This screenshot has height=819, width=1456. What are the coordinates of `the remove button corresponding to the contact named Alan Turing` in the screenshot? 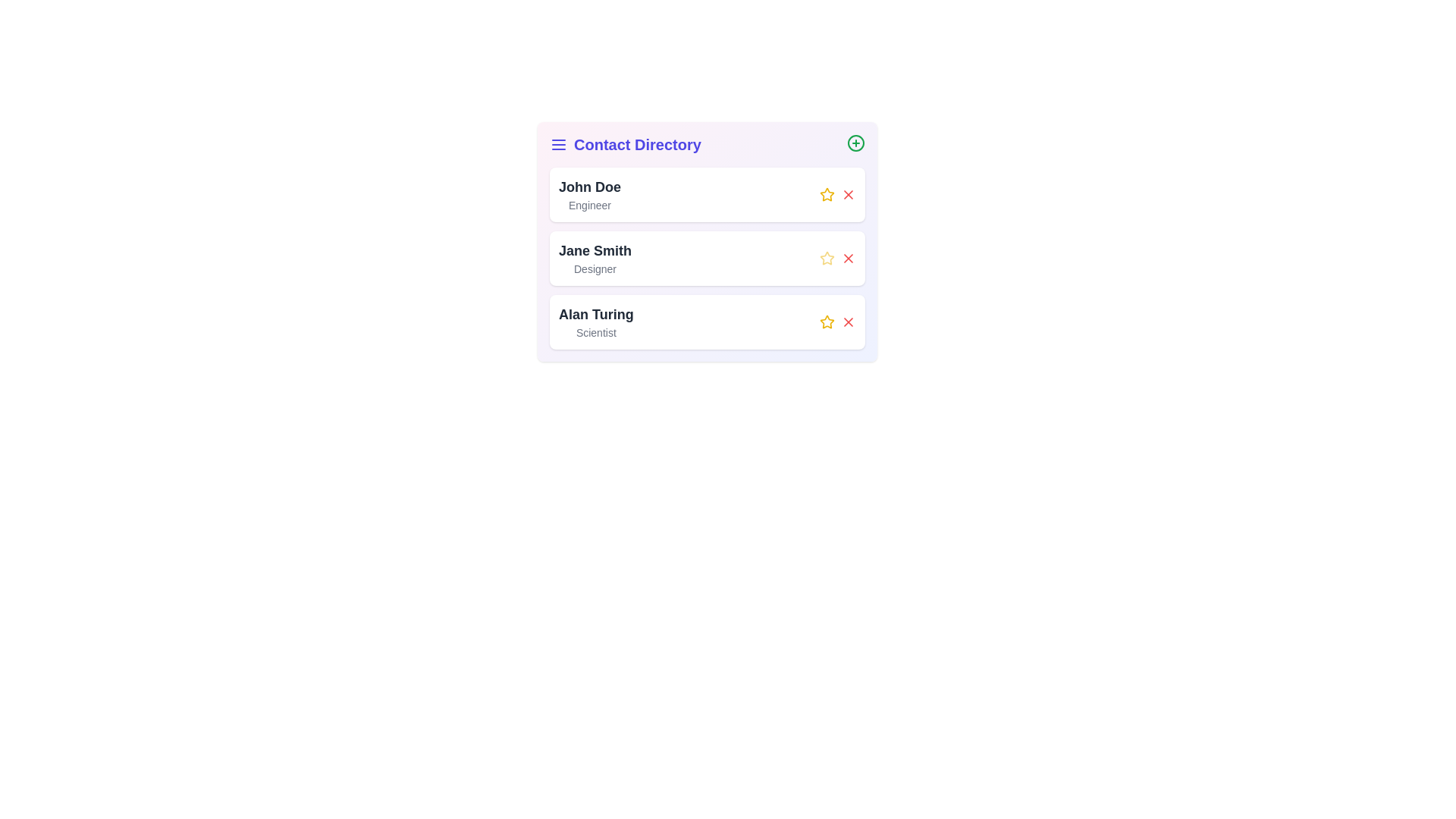 It's located at (847, 321).